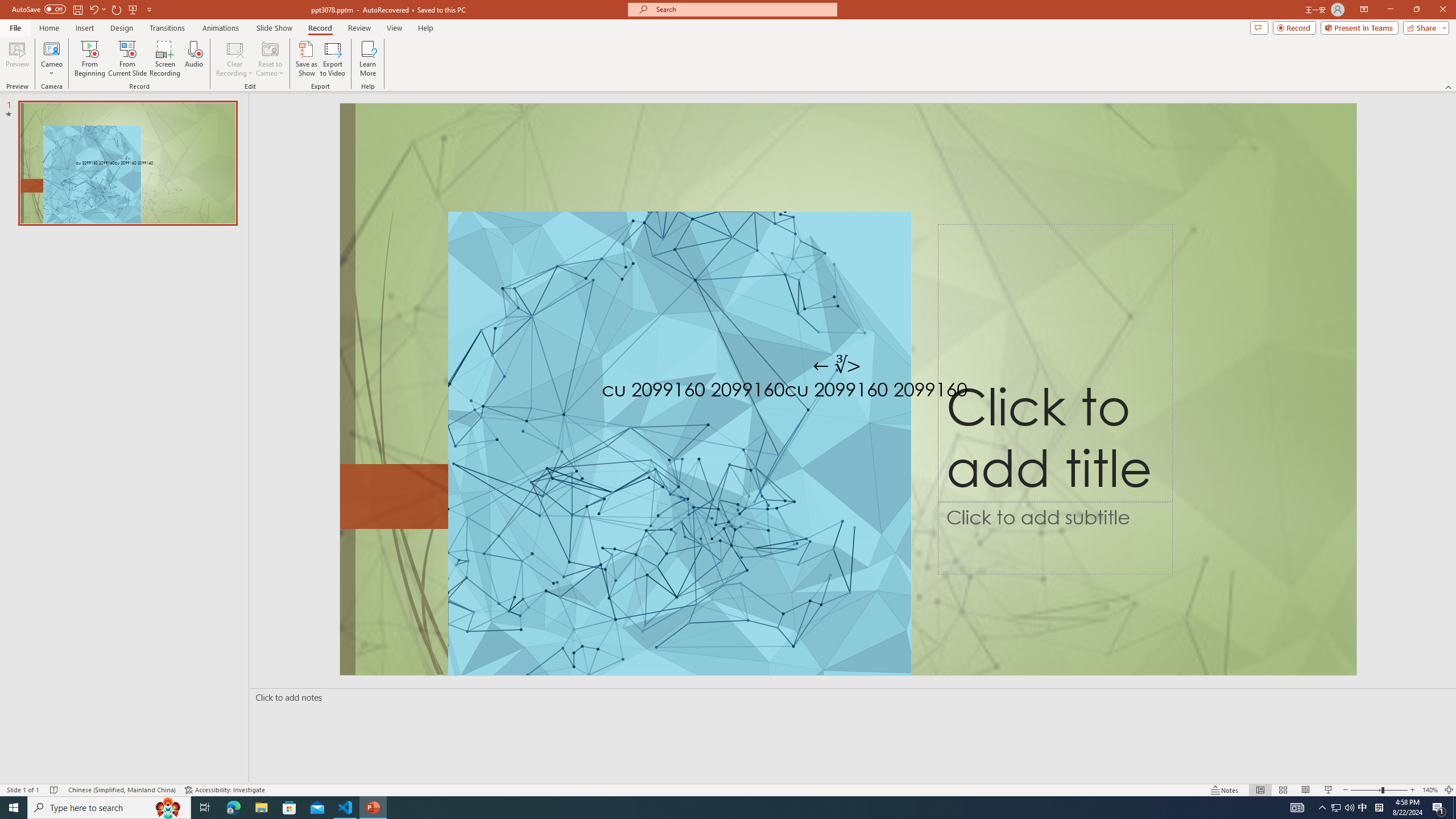 This screenshot has width=1456, height=819. Describe the element at coordinates (1430, 790) in the screenshot. I see `'Zoom 140%'` at that location.